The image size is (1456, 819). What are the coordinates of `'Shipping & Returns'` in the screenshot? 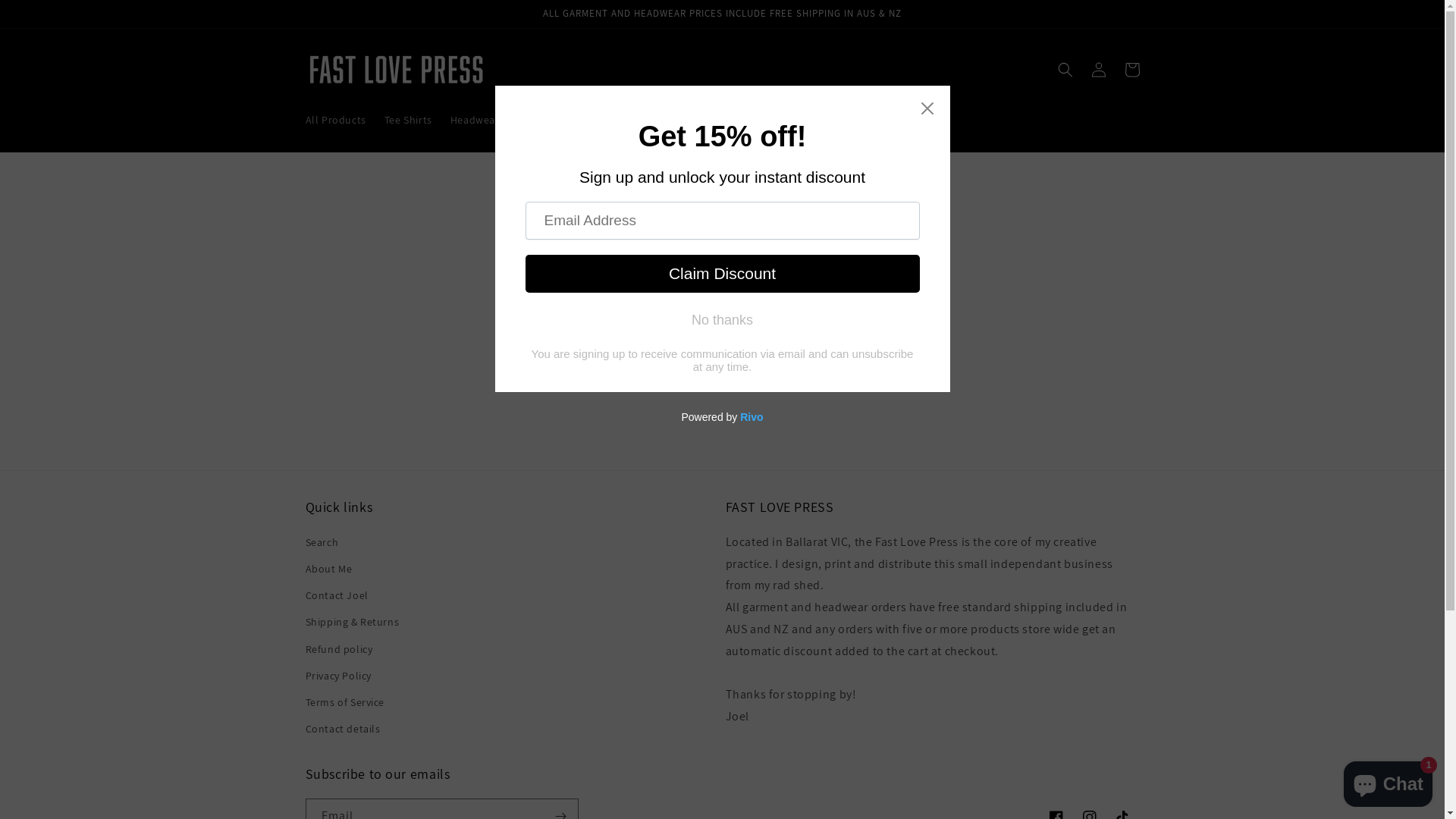 It's located at (351, 622).